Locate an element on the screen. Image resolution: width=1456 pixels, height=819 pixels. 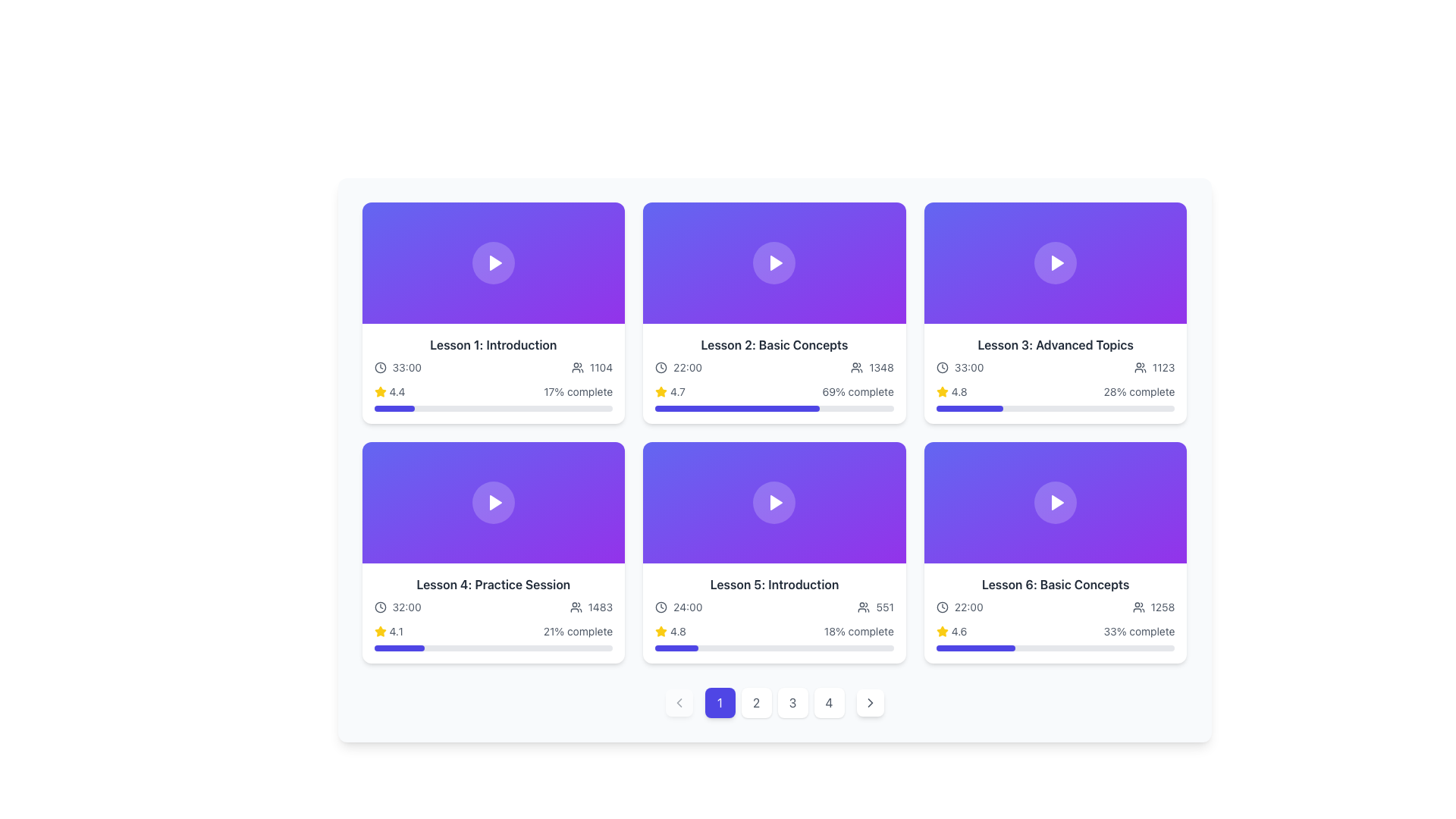
the play button icon that is a triangular shape pointing to the right, located at the center of the fifth card in a grid of six cards, which is positioned in the third column of the second row is located at coordinates (776, 503).